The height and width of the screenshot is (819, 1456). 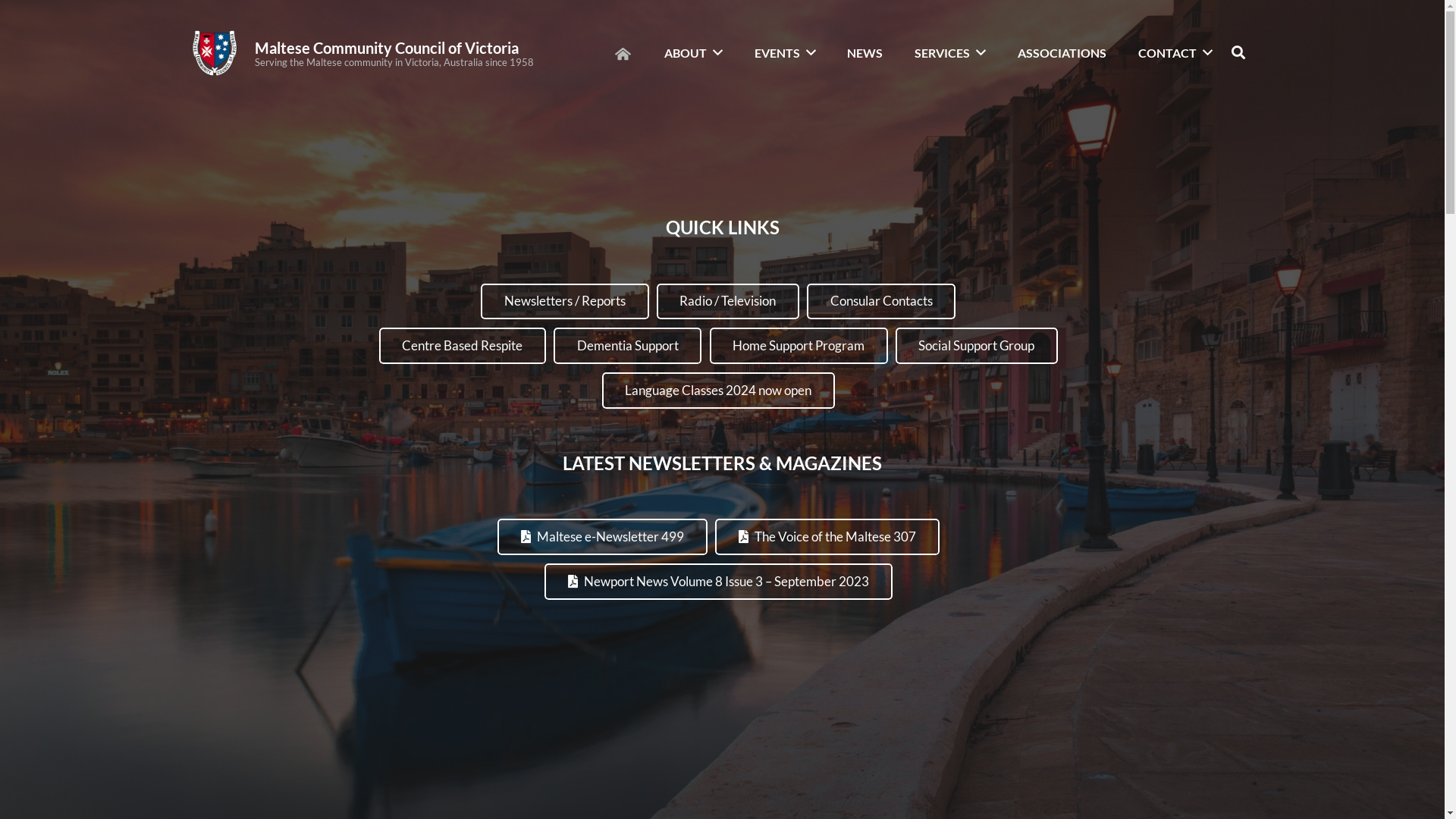 What do you see at coordinates (903, 52) in the screenshot?
I see `'SERVICES'` at bounding box center [903, 52].